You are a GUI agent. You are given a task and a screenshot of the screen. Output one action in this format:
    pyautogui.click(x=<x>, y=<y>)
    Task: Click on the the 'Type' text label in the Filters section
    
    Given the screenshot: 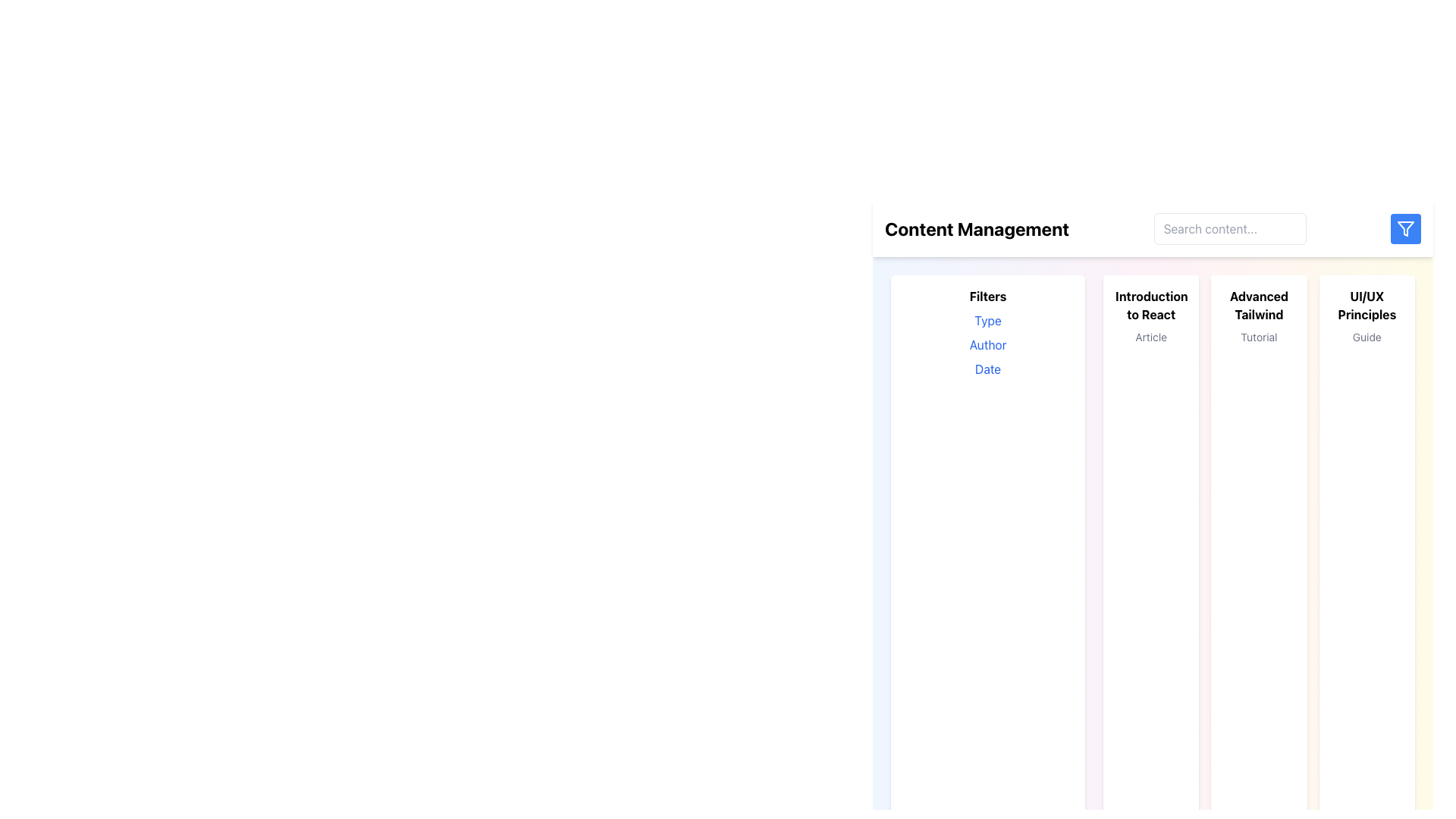 What is the action you would take?
    pyautogui.click(x=987, y=320)
    